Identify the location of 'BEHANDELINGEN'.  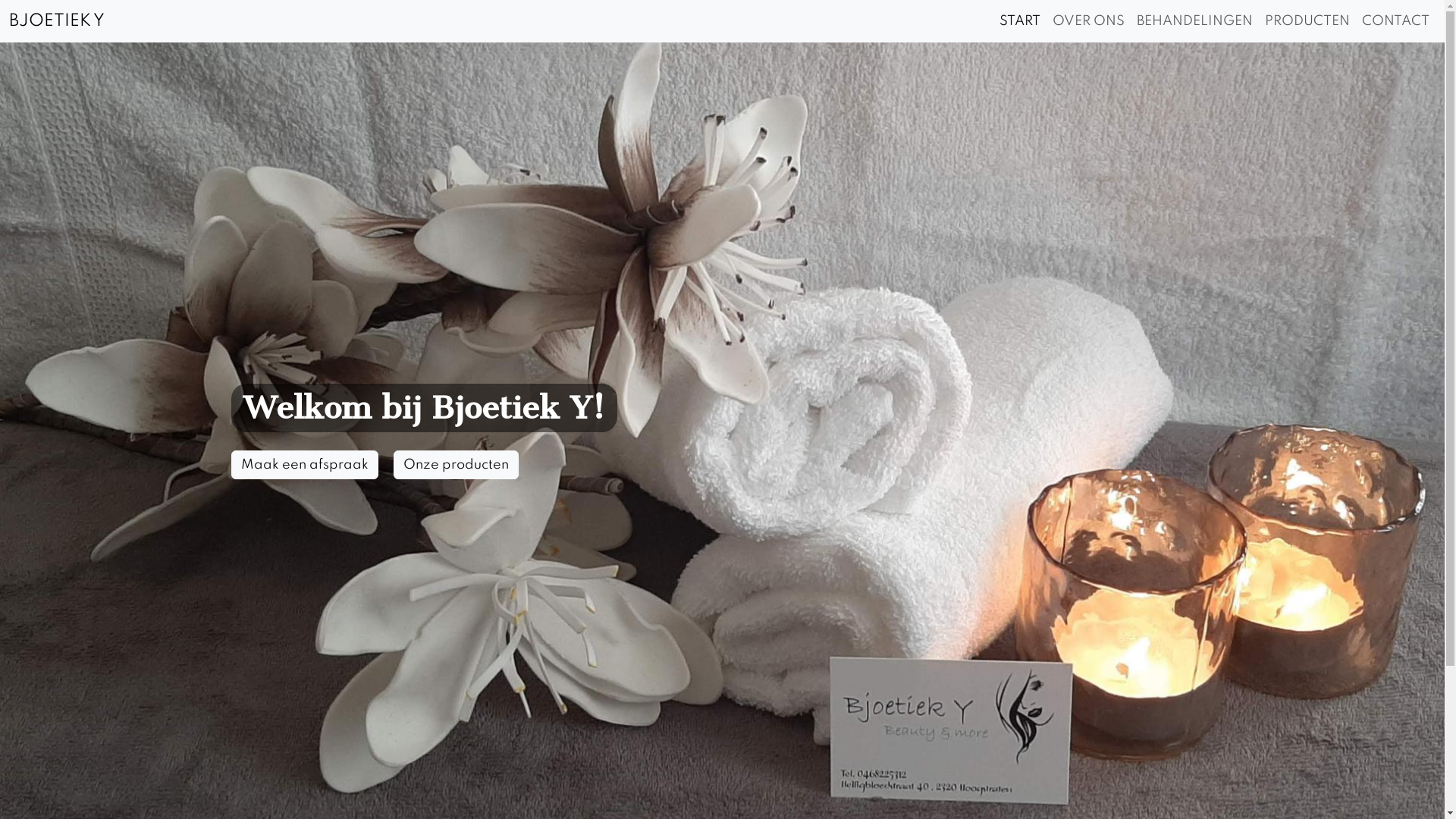
(1131, 20).